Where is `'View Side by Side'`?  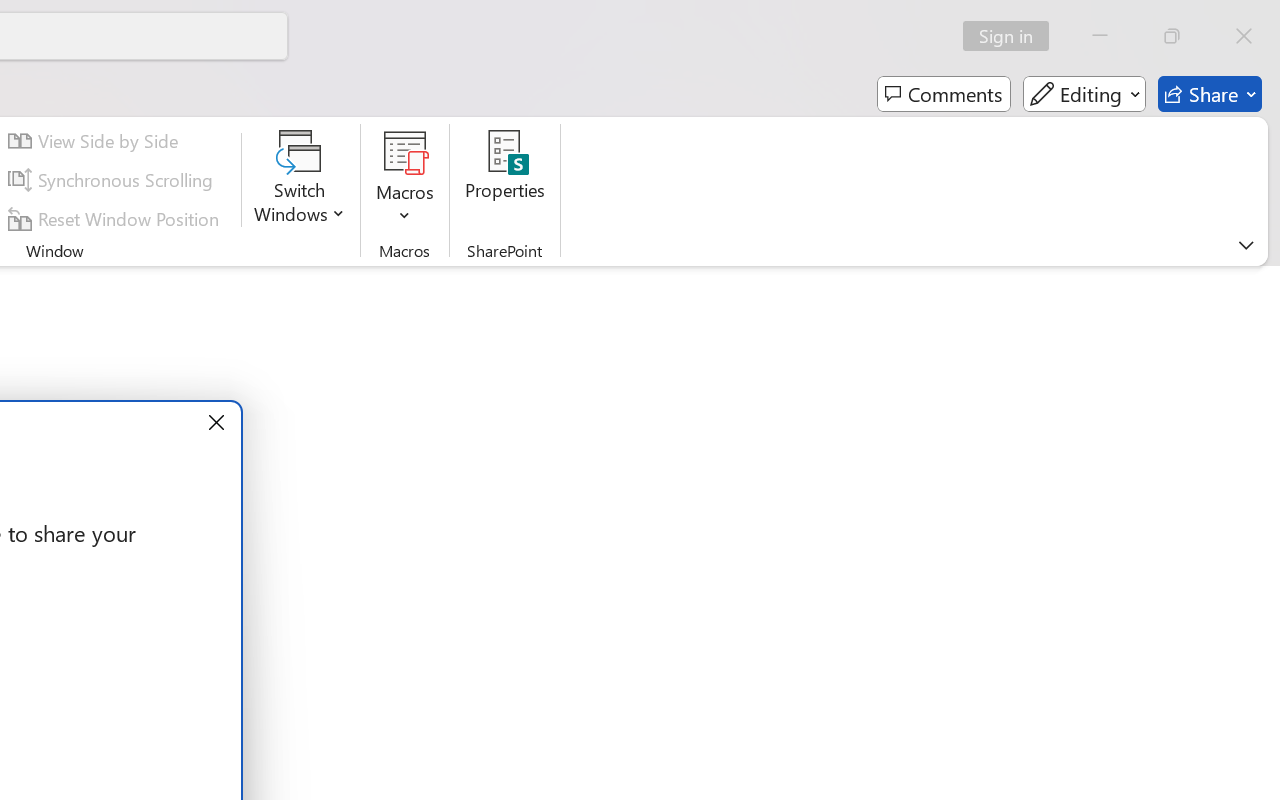 'View Side by Side' is located at coordinates (95, 141).